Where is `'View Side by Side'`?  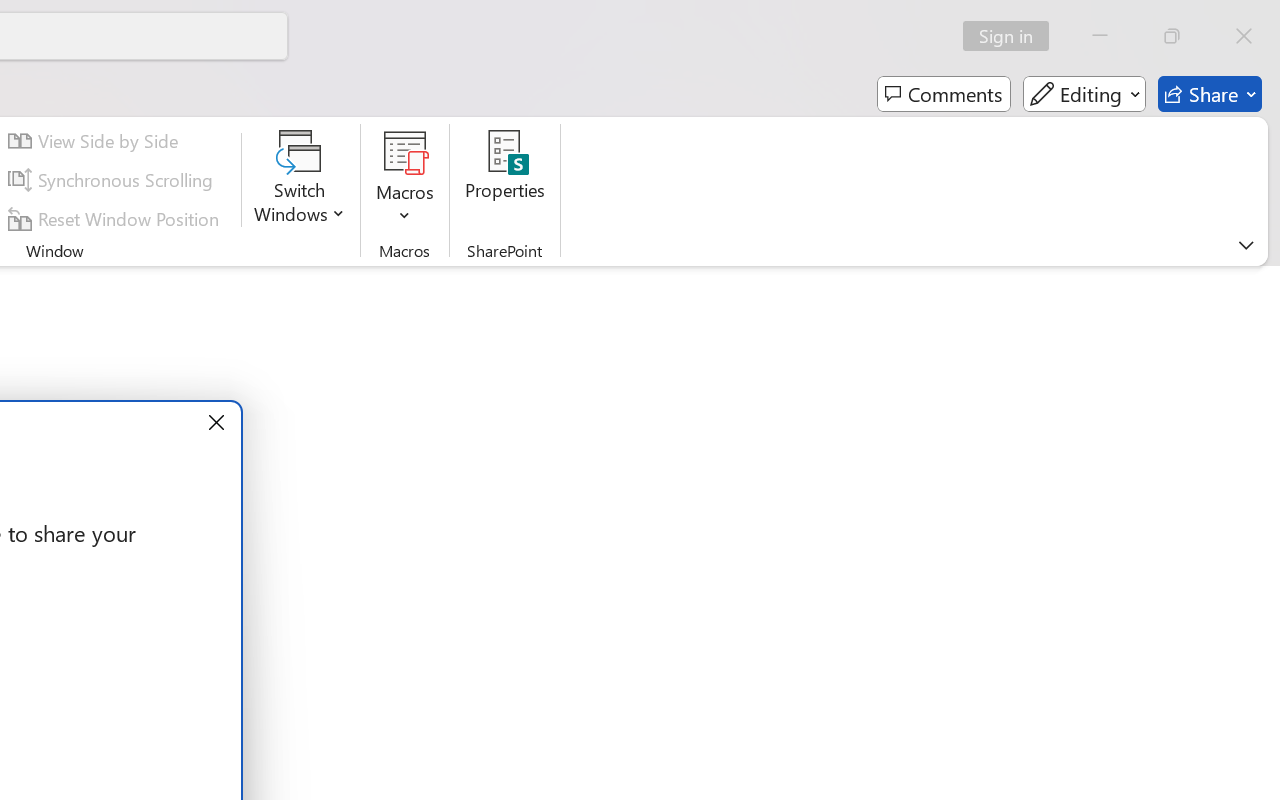 'View Side by Side' is located at coordinates (95, 141).